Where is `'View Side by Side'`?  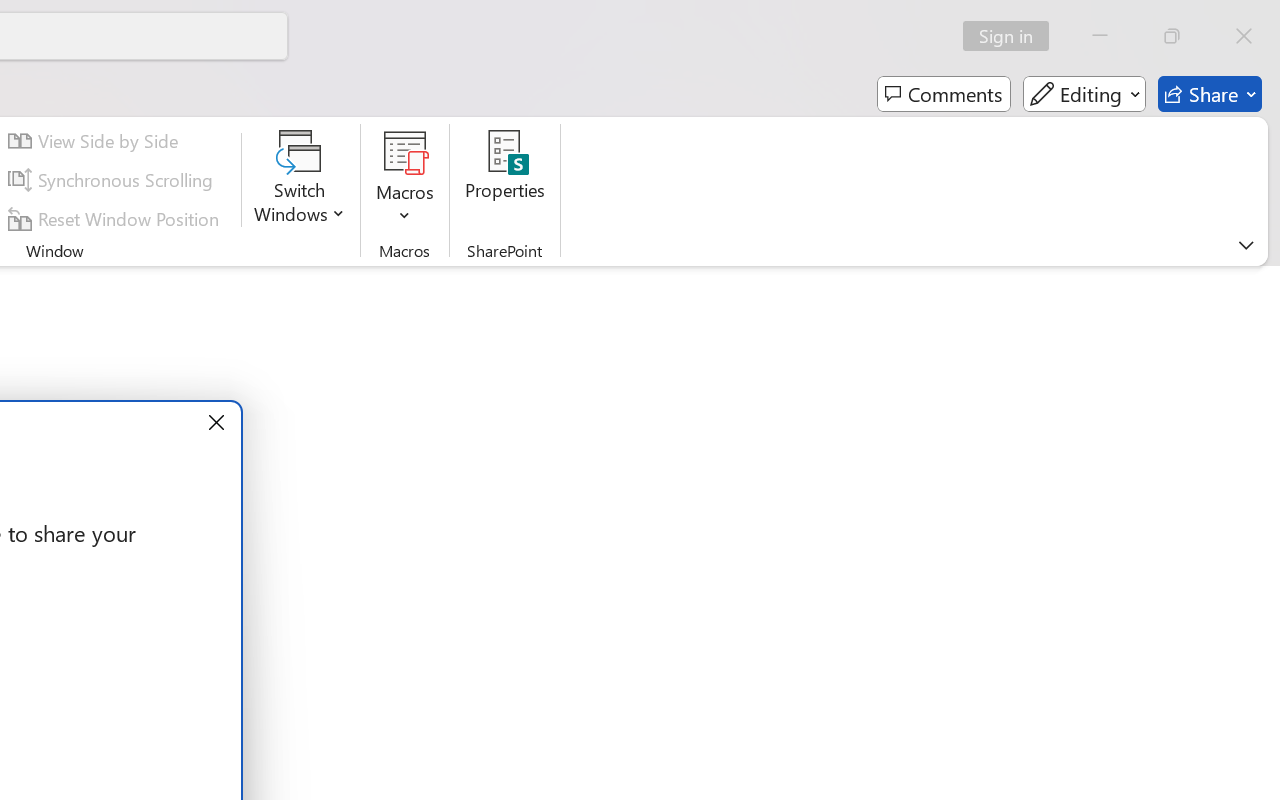 'View Side by Side' is located at coordinates (95, 141).